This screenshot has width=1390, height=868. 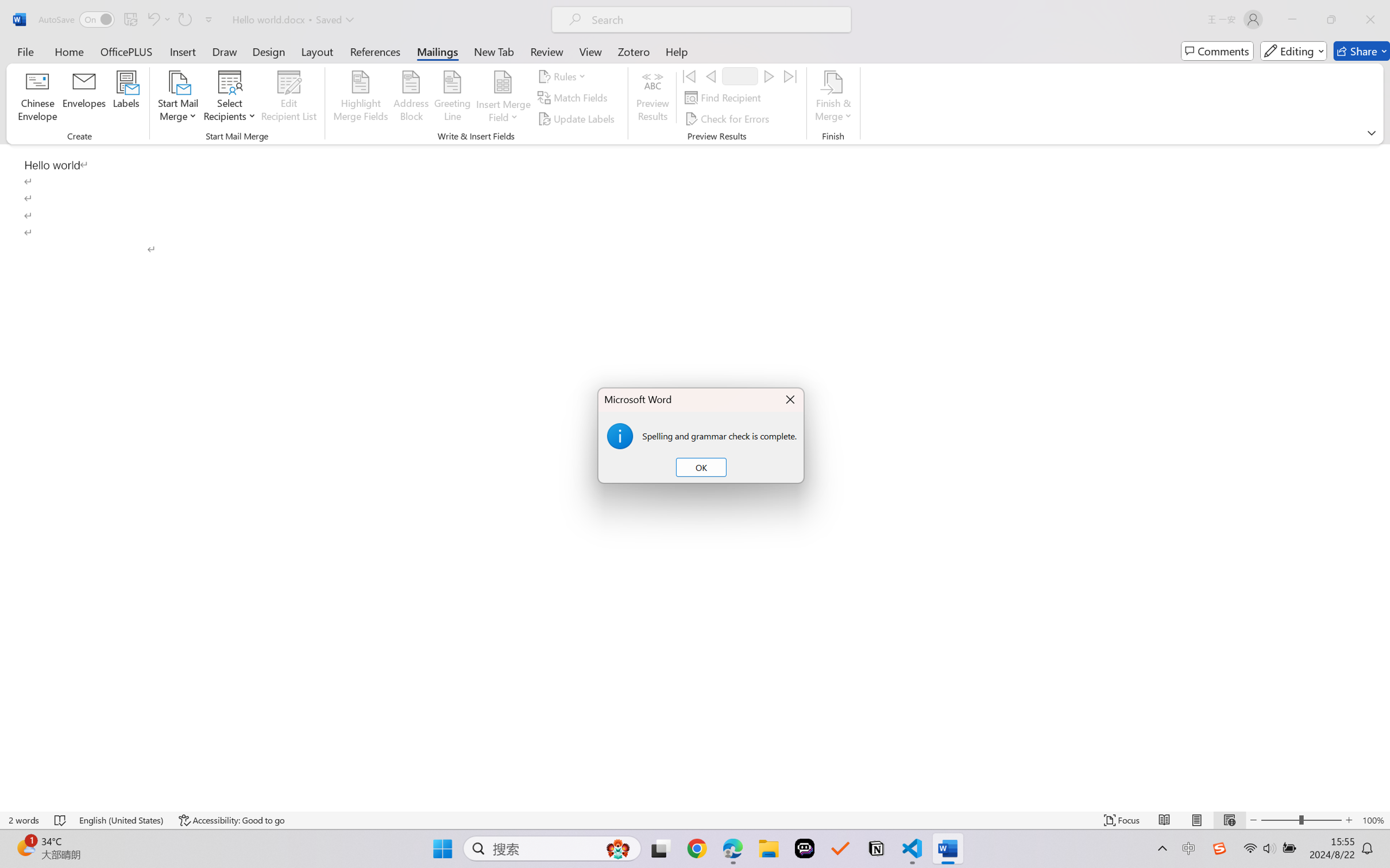 What do you see at coordinates (289, 98) in the screenshot?
I see `'Edit Recipient List...'` at bounding box center [289, 98].